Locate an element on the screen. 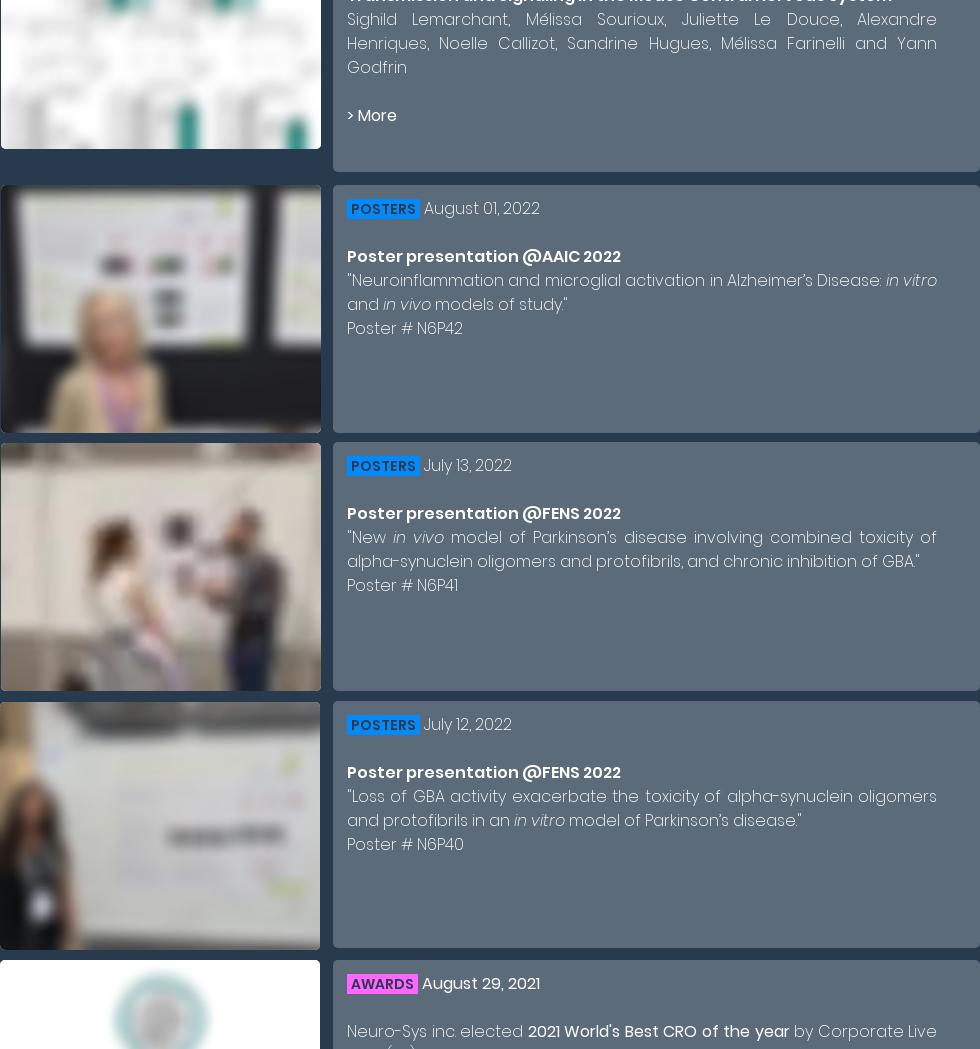 This screenshot has height=1049, width=980. 'and' is located at coordinates (364, 304).